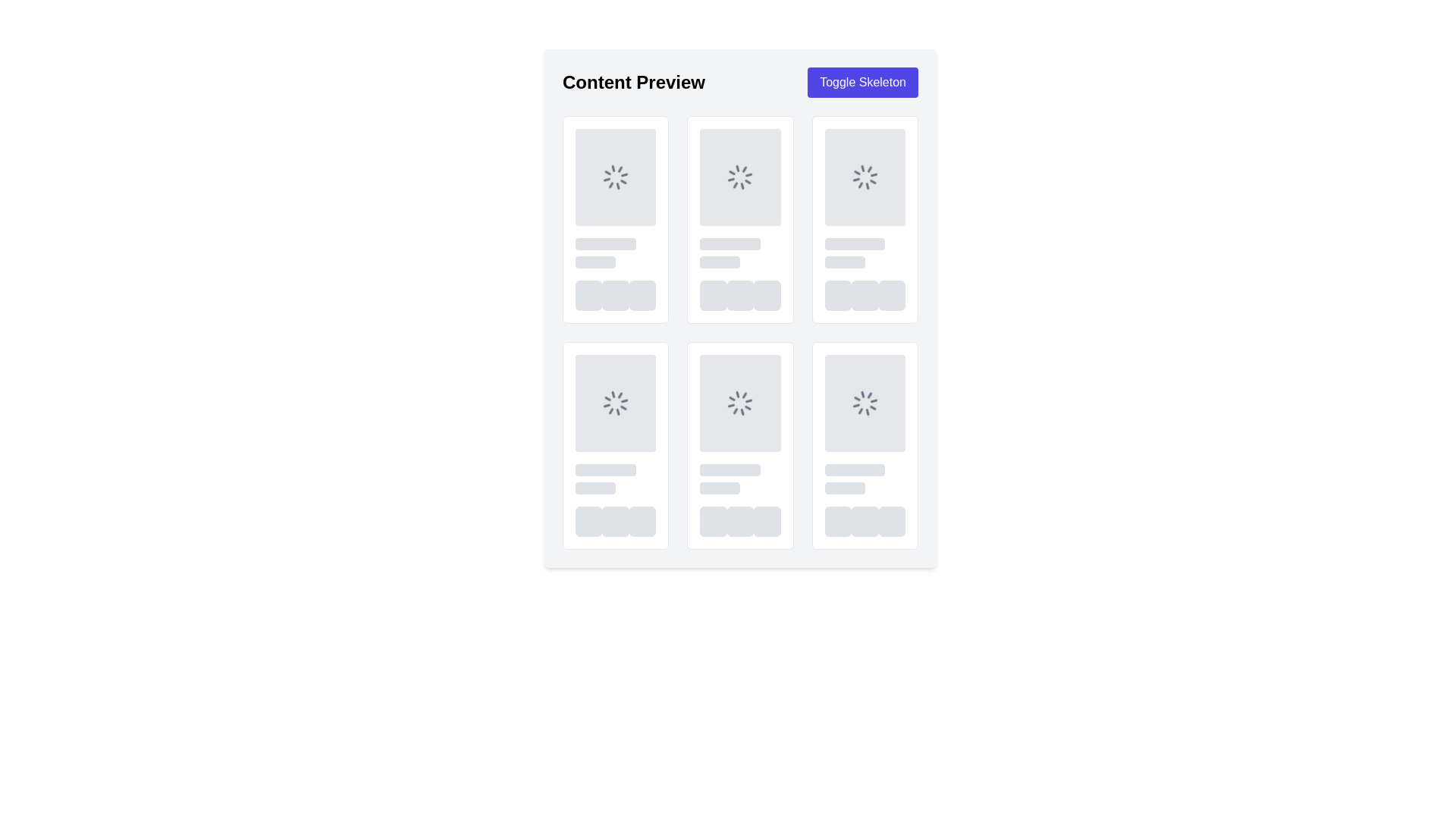 The image size is (1456, 819). What do you see at coordinates (730, 243) in the screenshot?
I see `the Loading placeholder element, which is a gray rectangular bar with rounded edges indicating content loading, located in the second column below the 'Content Preview' header` at bounding box center [730, 243].